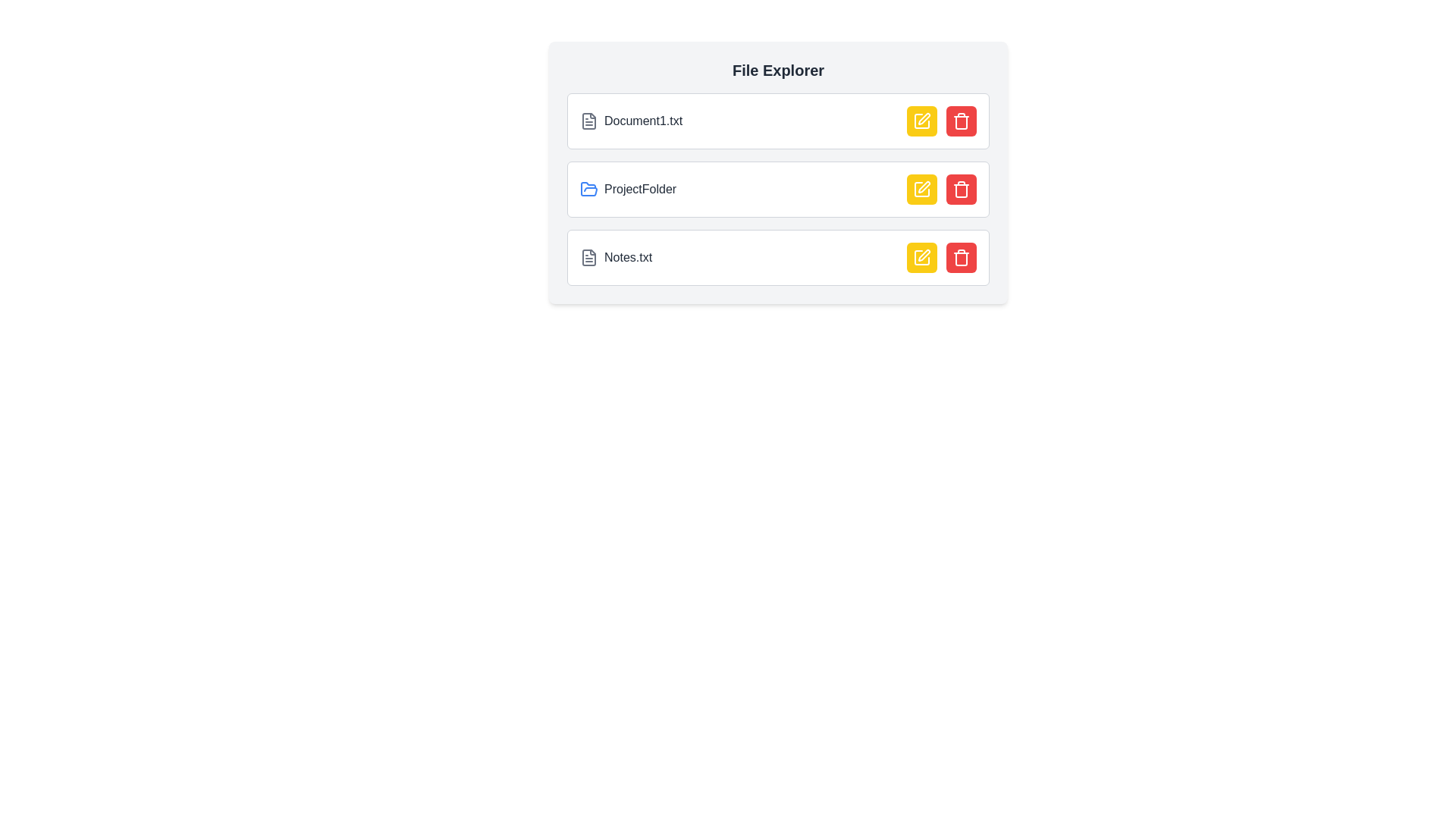  Describe the element at coordinates (923, 186) in the screenshot. I see `the leftmost yellow icon button representing the edit feature for the 'ProjectFolder'` at that location.